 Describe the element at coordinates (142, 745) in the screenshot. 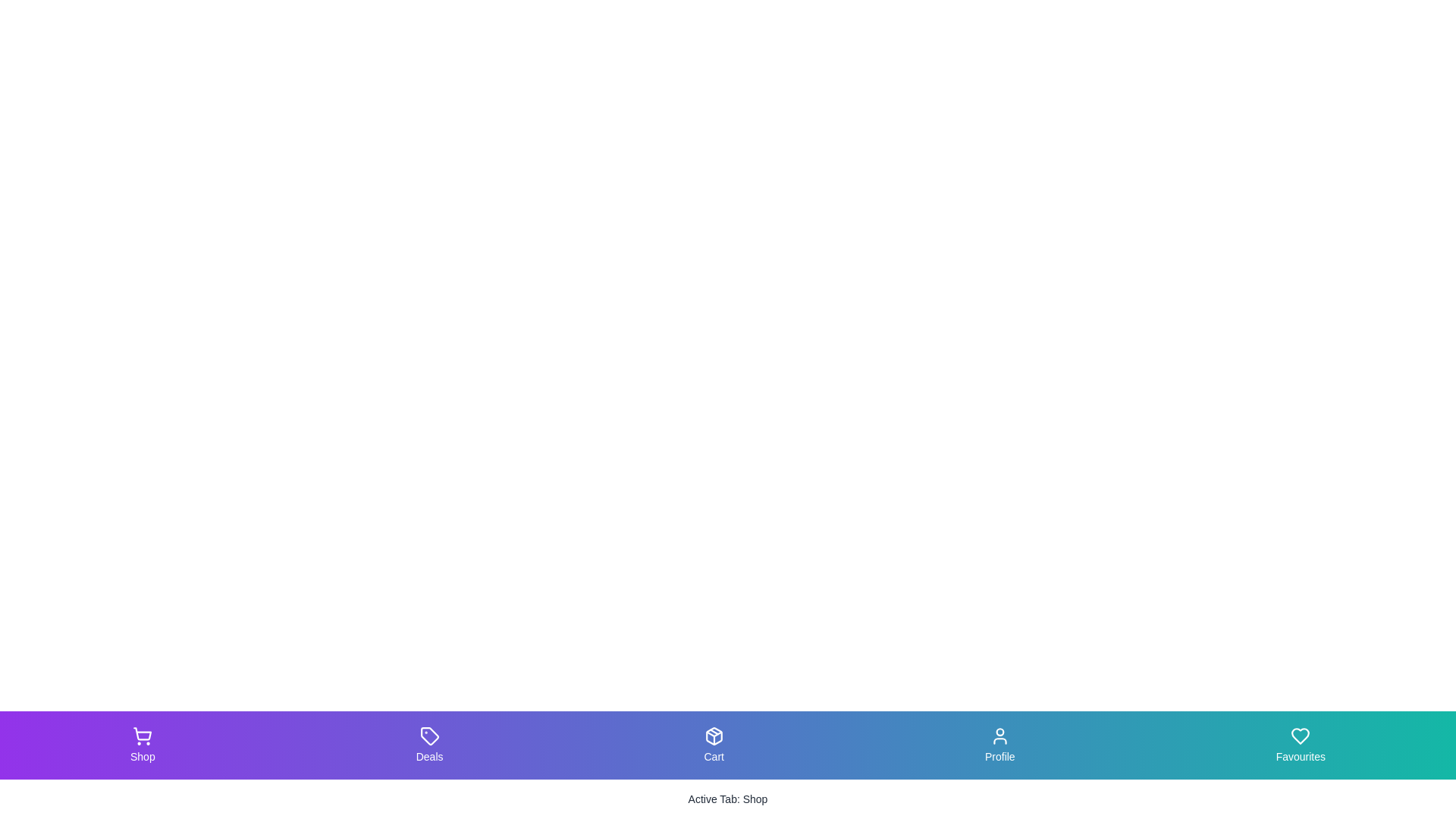

I see `the tab labeled Shop to view its hover effect` at that location.